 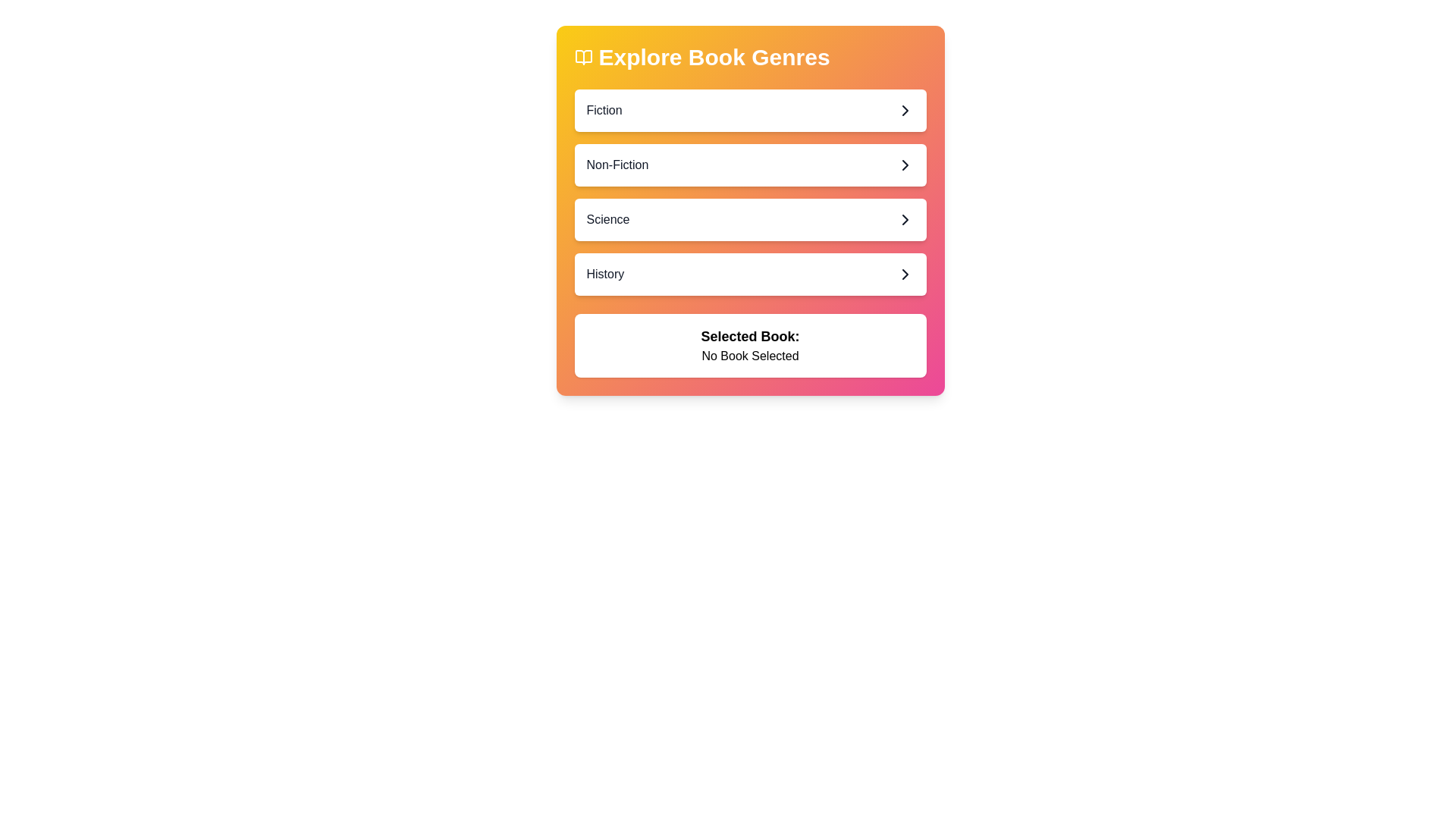 I want to click on the text label displaying 'Fiction', which is located at the top-left corner of the first list item in the 'Explore Book Genres' menu, so click(x=603, y=110).